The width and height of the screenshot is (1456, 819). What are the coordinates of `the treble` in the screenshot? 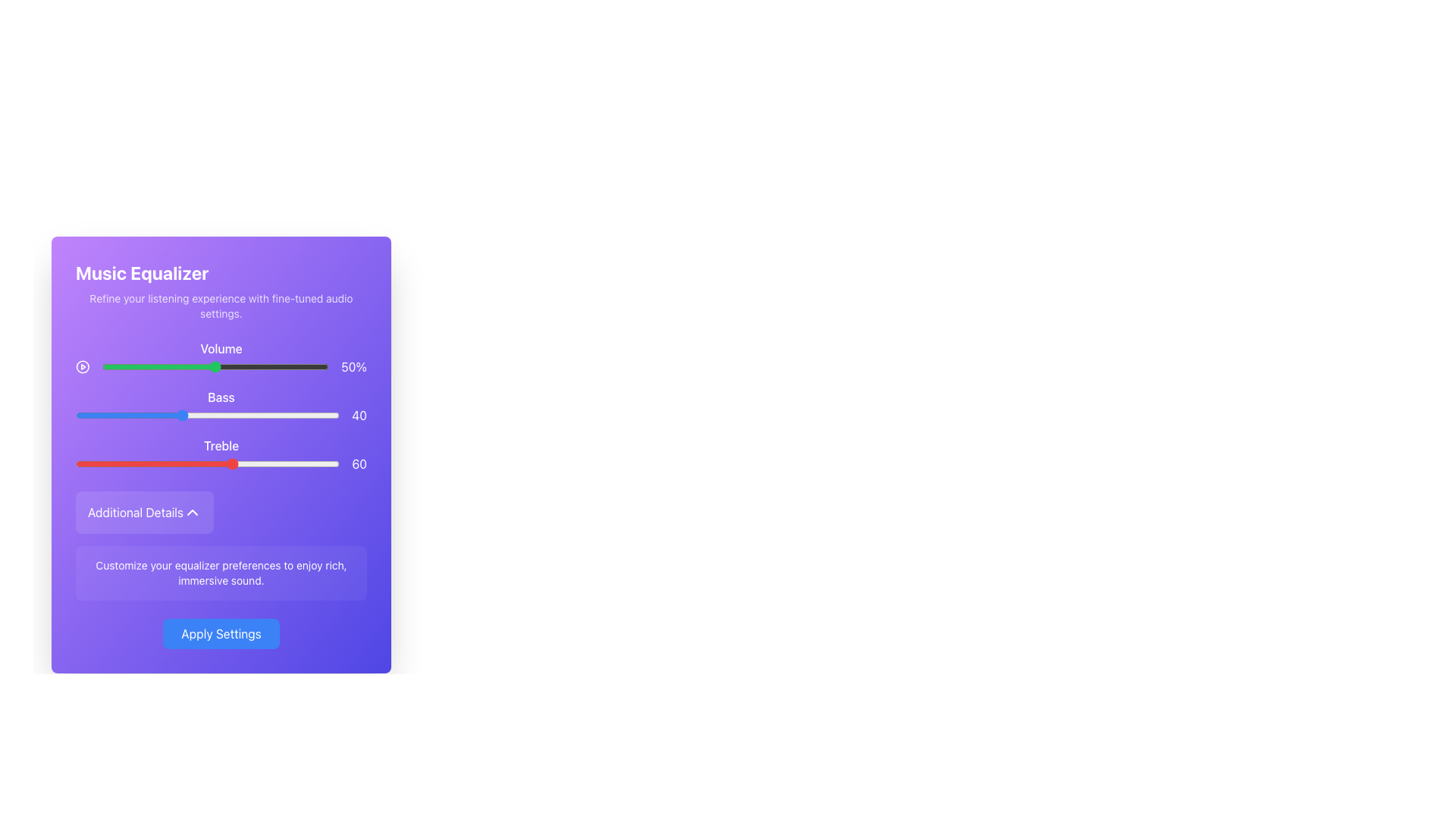 It's located at (209, 463).